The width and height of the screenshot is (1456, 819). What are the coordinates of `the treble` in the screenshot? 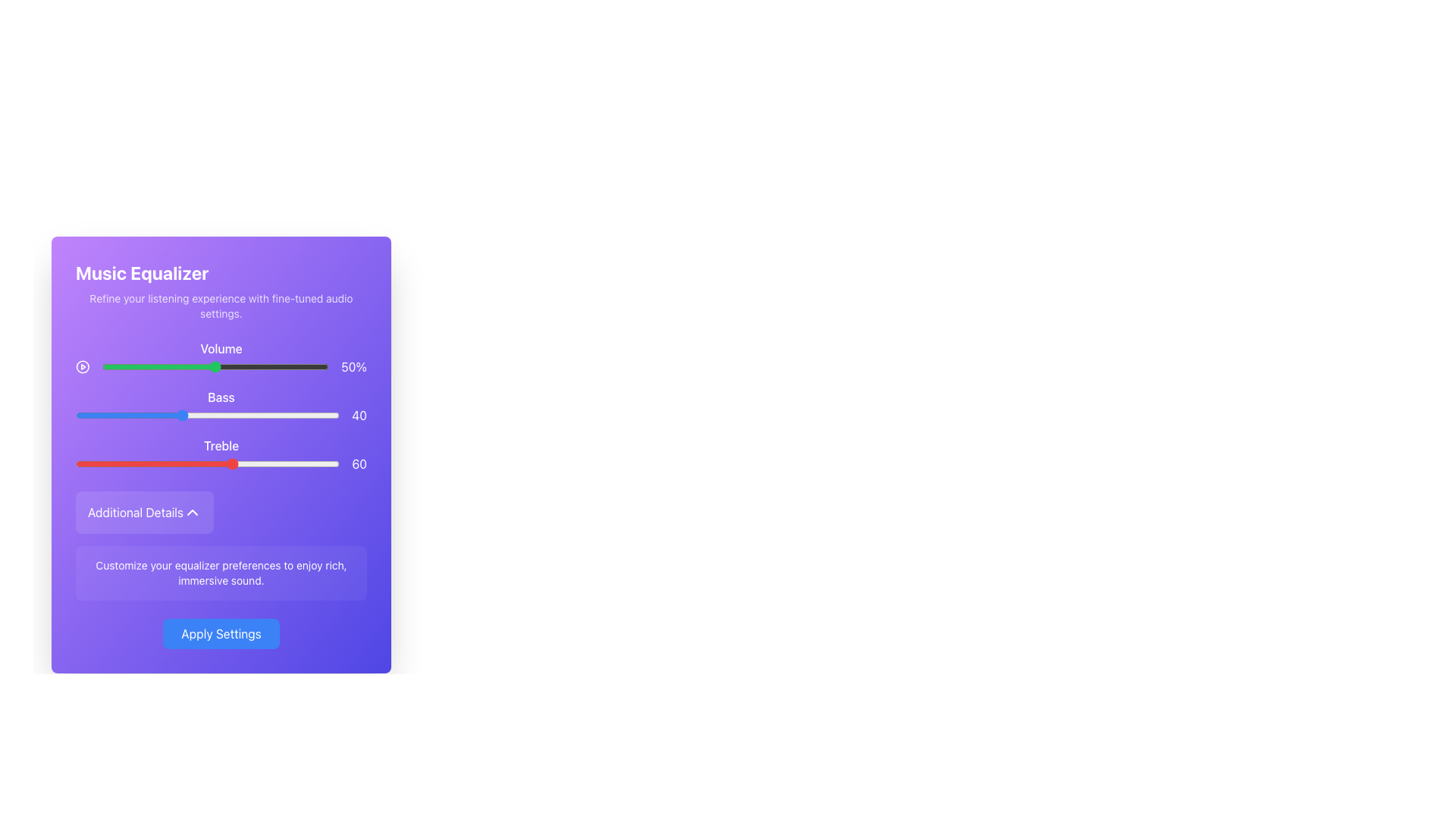 It's located at (209, 463).